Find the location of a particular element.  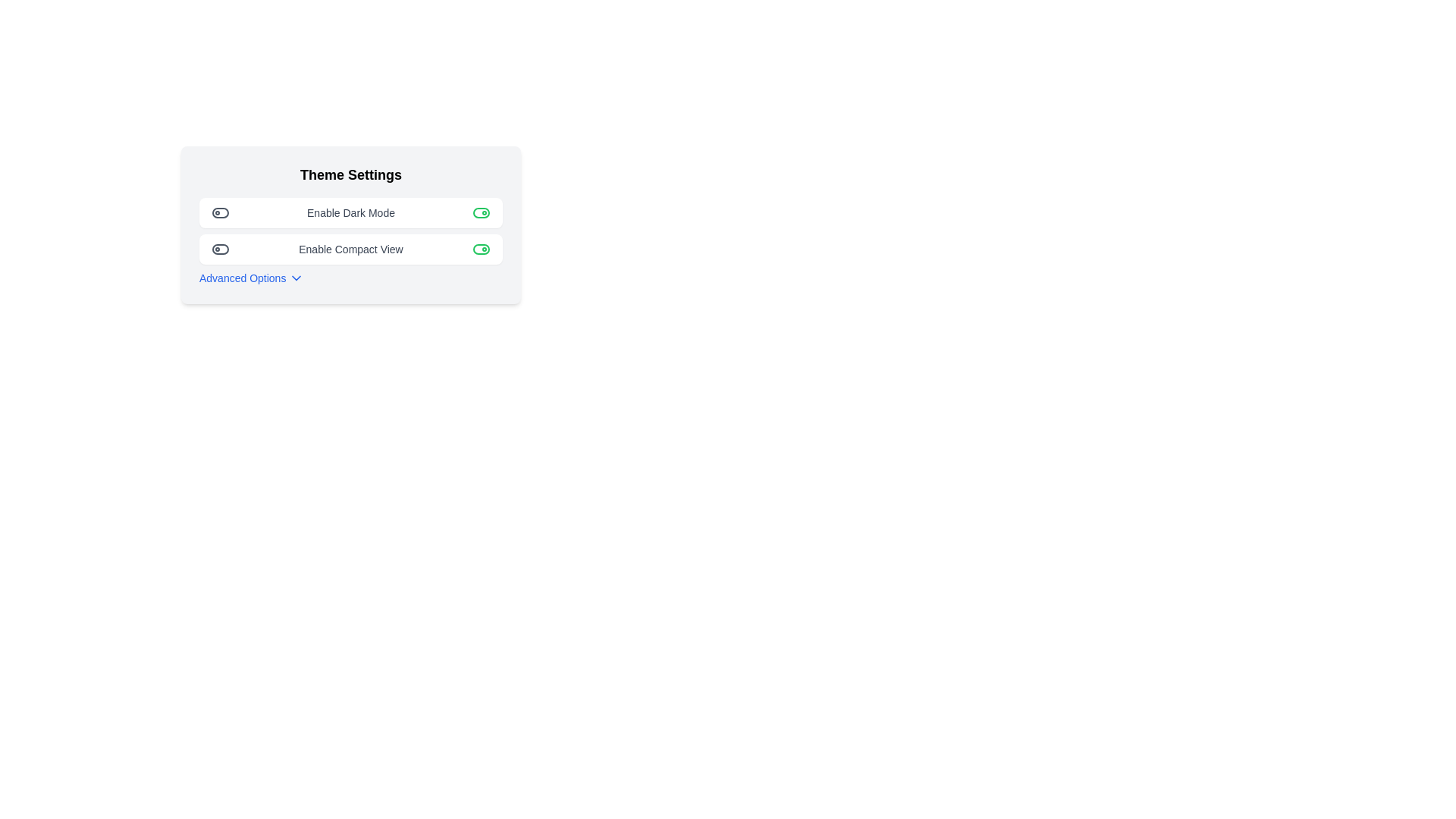

the downward-pointing chevron icon, which is styled in blue and located to the right of the 'Advanced Options' text is located at coordinates (297, 278).